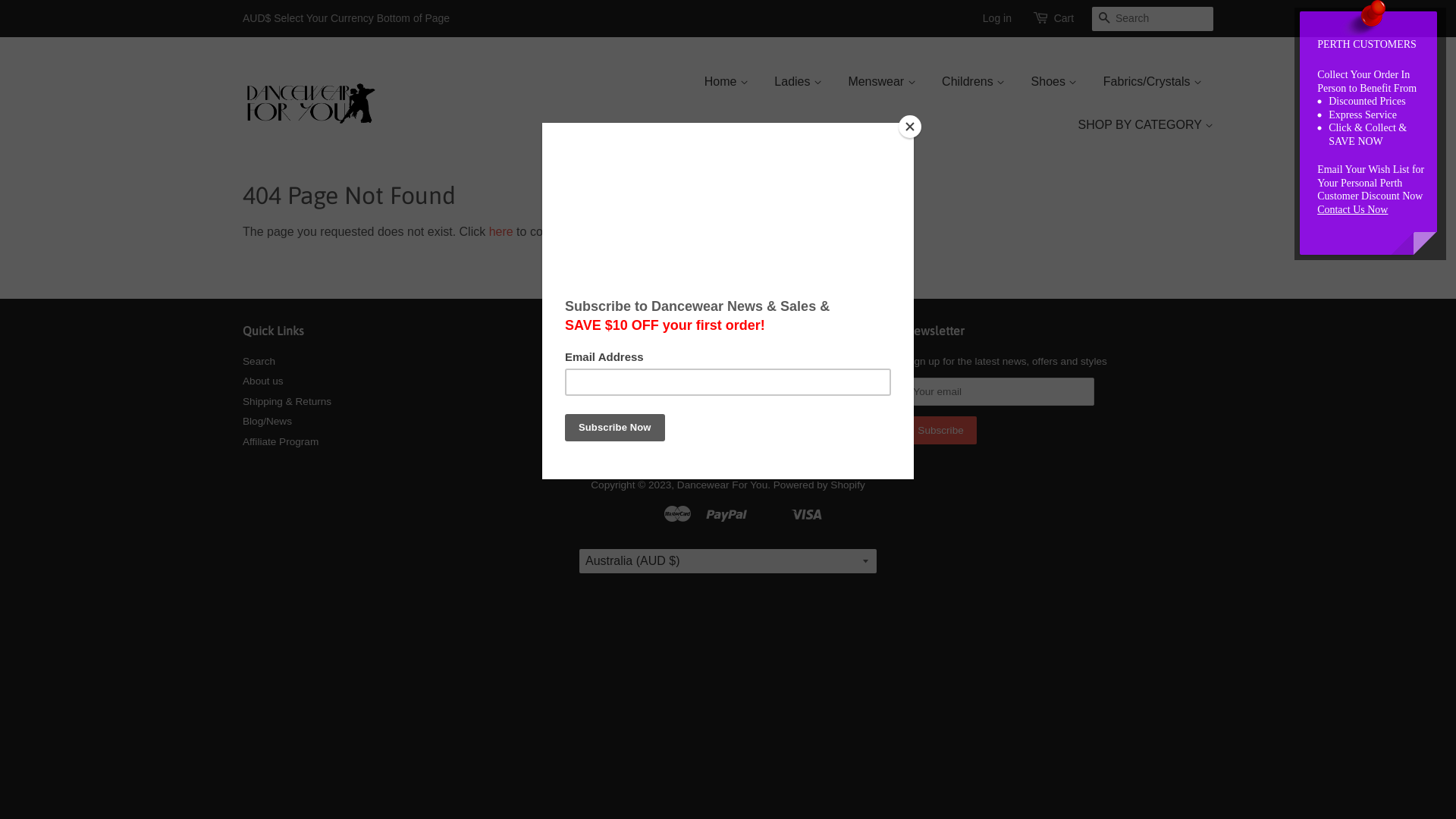 The image size is (1456, 819). Describe the element at coordinates (1062, 18) in the screenshot. I see `'Cart'` at that location.